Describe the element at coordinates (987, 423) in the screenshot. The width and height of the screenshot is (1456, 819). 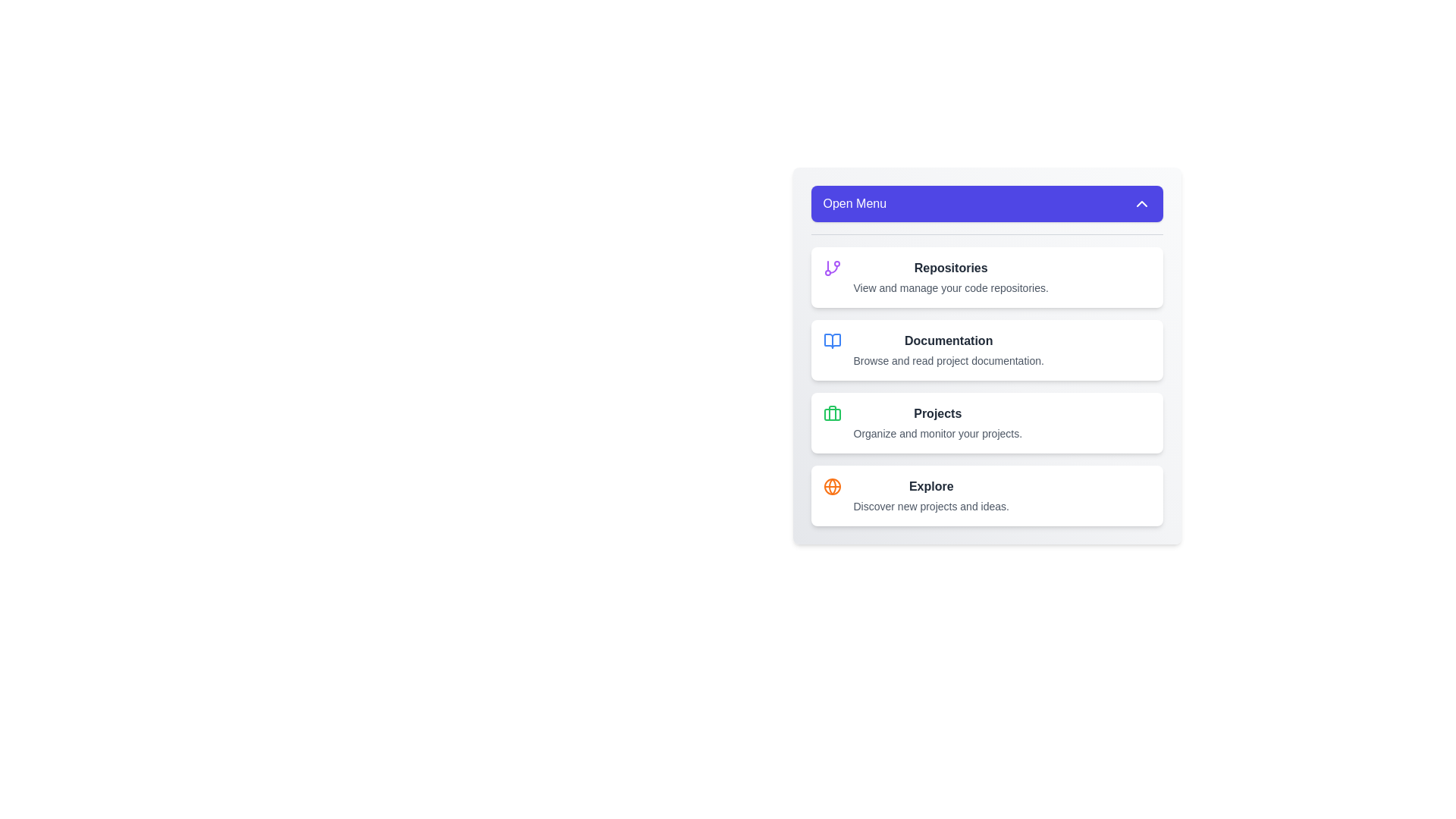
I see `the third navigational card in the 'Open Menu' section` at that location.